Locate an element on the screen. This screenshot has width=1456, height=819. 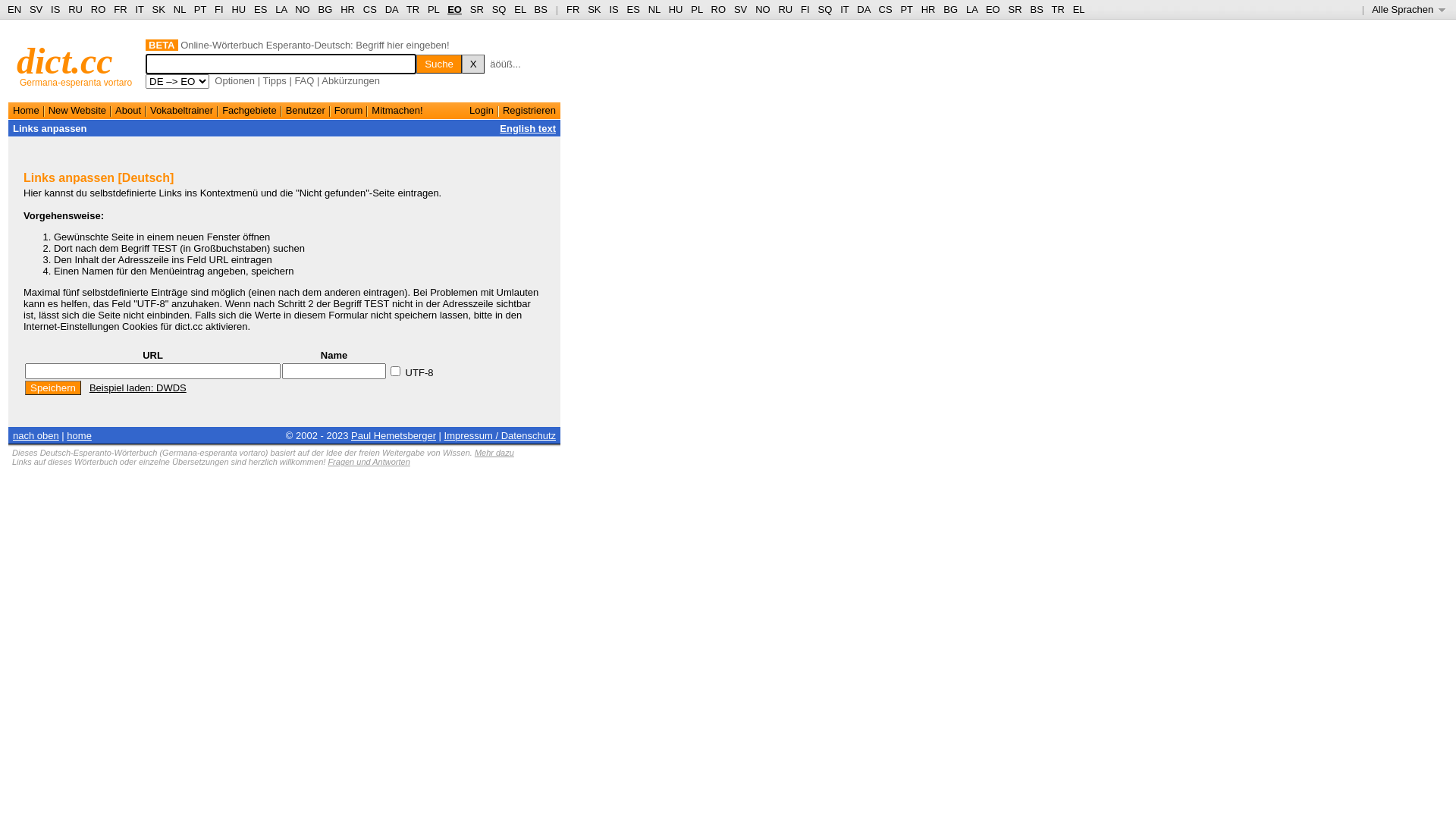
'dict.cc' is located at coordinates (64, 60).